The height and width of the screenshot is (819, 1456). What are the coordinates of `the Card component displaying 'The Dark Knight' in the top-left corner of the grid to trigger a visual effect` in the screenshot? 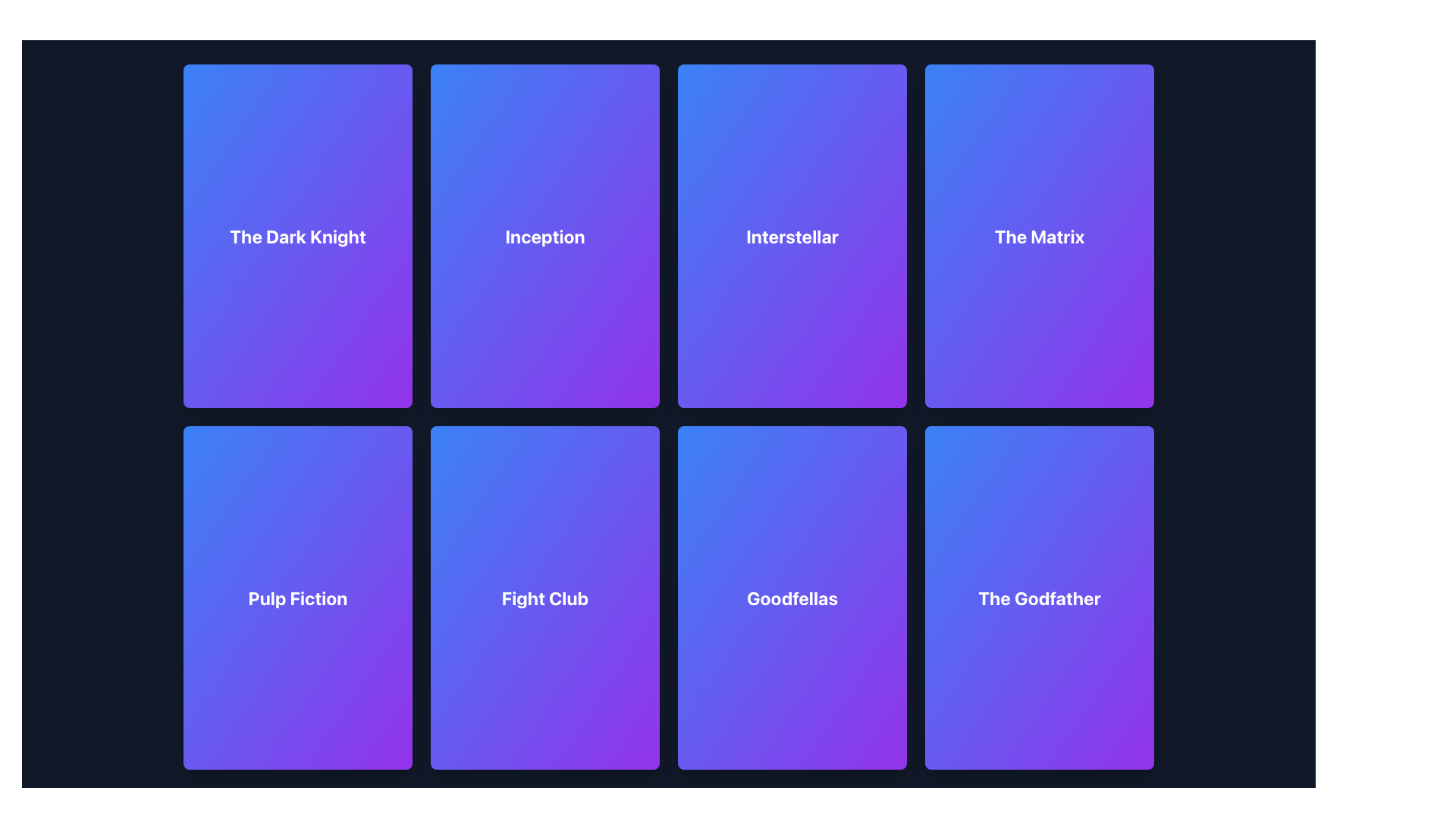 It's located at (298, 236).